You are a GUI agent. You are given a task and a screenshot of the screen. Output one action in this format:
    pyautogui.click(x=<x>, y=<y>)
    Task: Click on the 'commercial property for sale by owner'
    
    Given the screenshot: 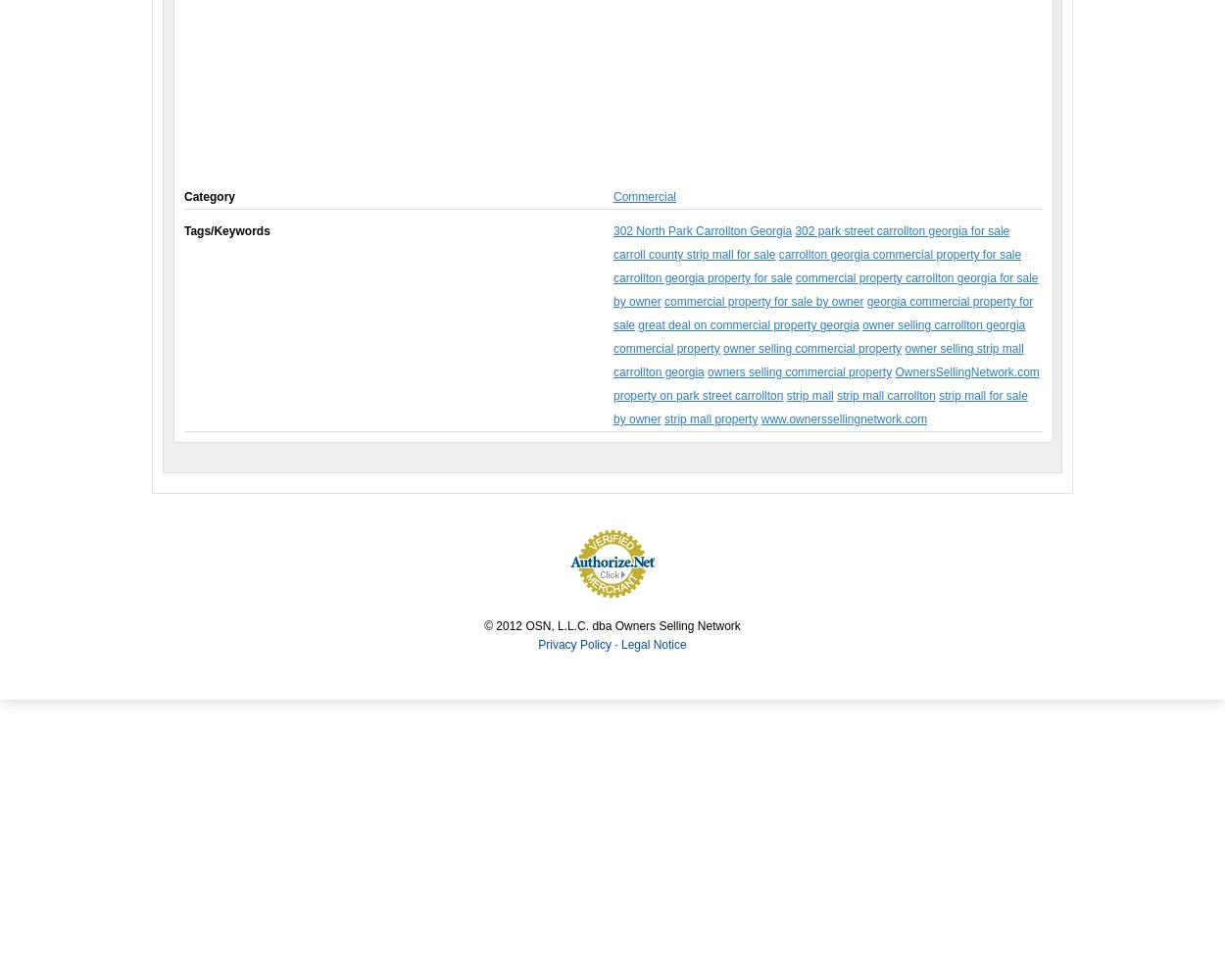 What is the action you would take?
    pyautogui.click(x=763, y=302)
    